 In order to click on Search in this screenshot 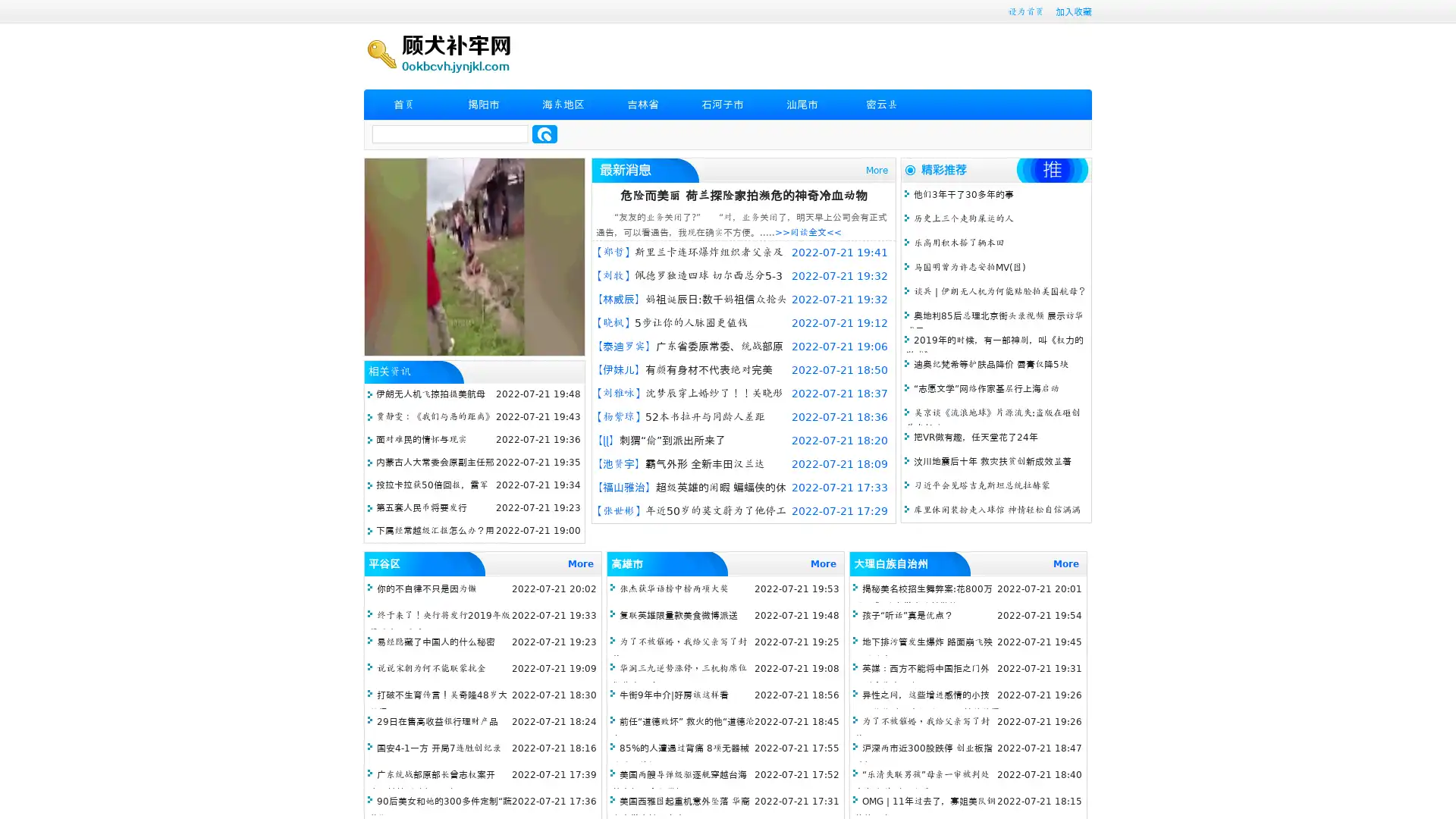, I will do `click(544, 133)`.